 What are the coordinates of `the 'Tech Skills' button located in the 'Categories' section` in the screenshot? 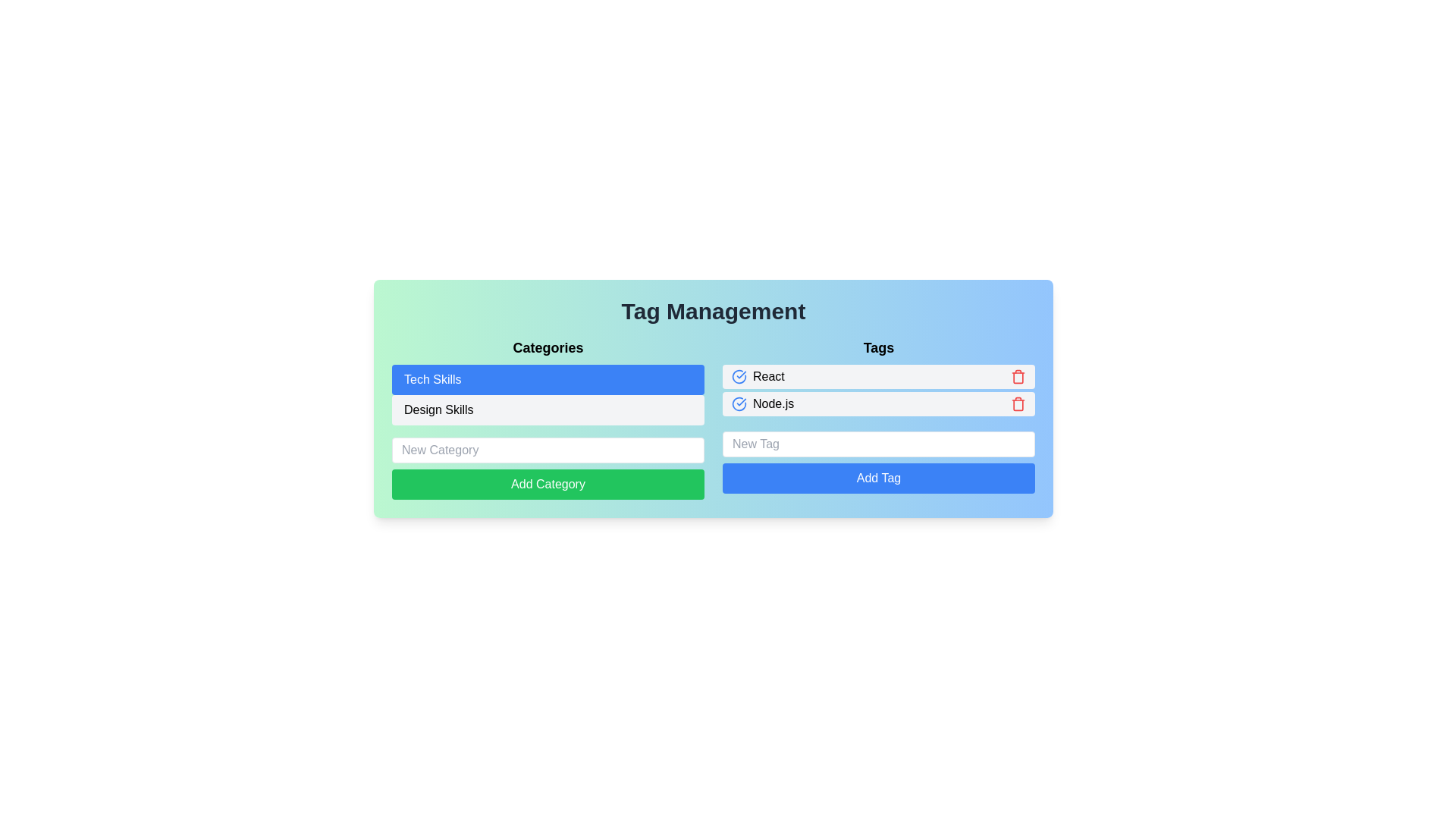 It's located at (548, 379).